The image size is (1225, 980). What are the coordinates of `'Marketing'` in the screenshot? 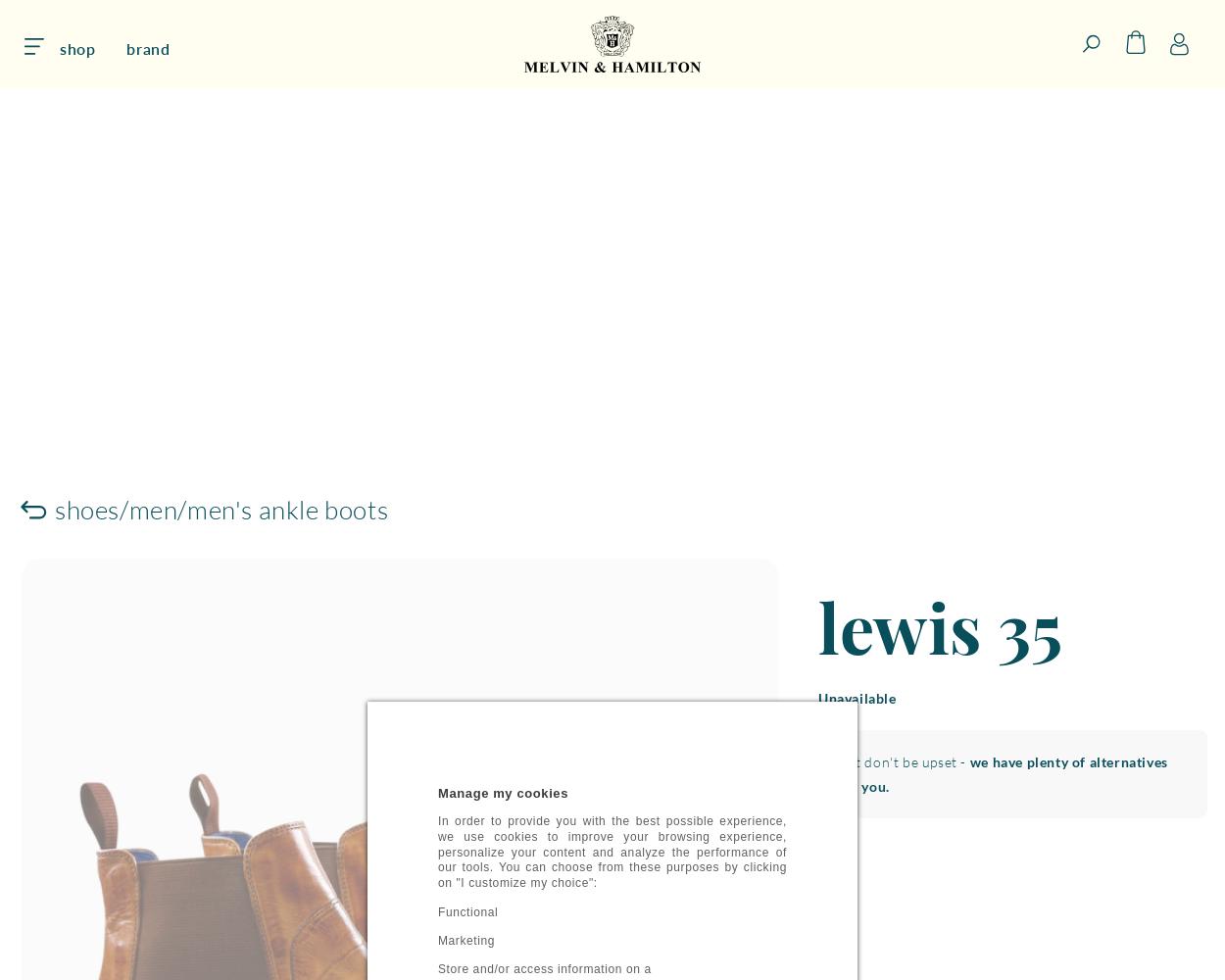 It's located at (465, 940).